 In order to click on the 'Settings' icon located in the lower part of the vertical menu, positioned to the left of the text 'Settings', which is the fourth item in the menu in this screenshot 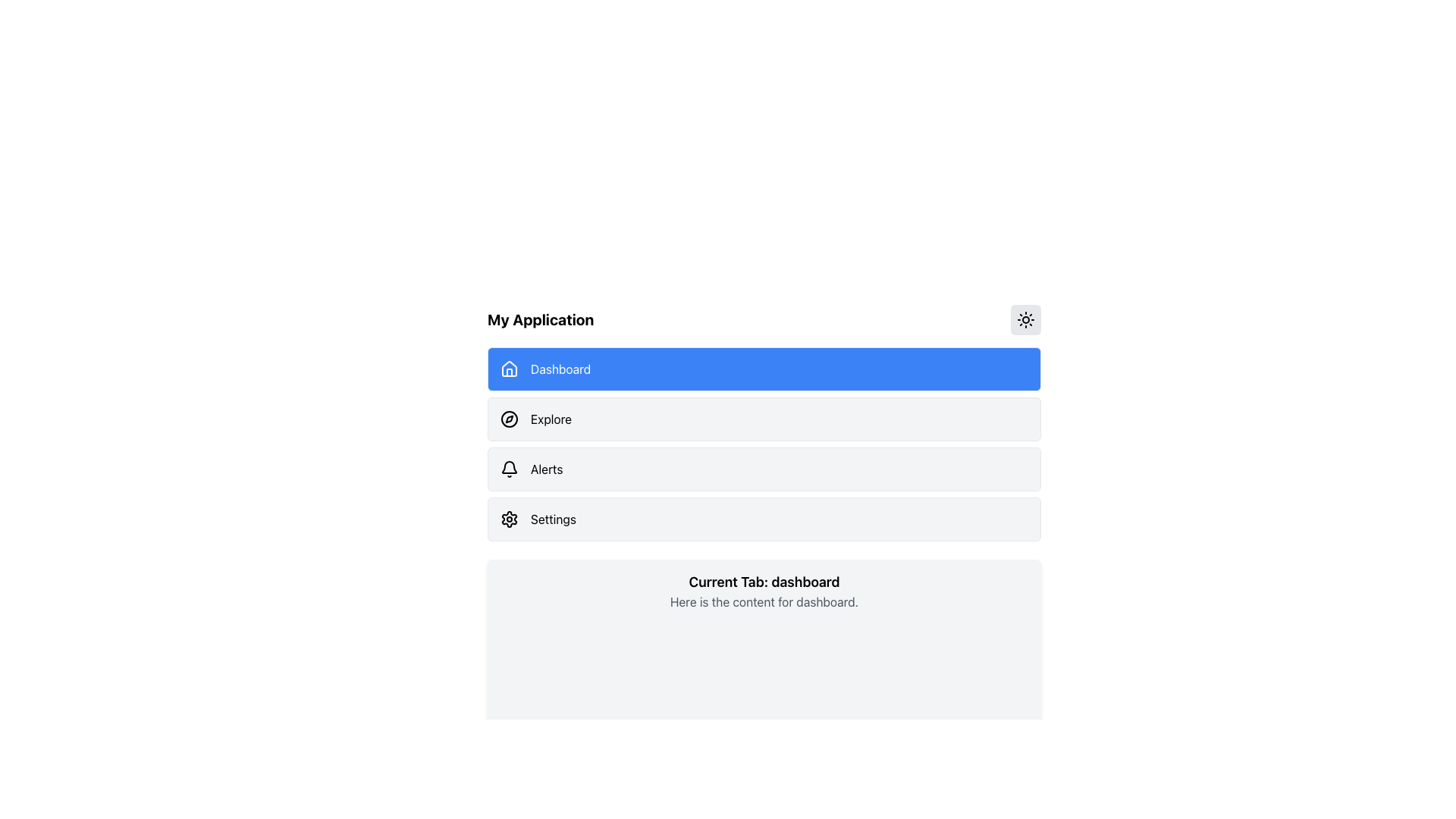, I will do `click(510, 519)`.